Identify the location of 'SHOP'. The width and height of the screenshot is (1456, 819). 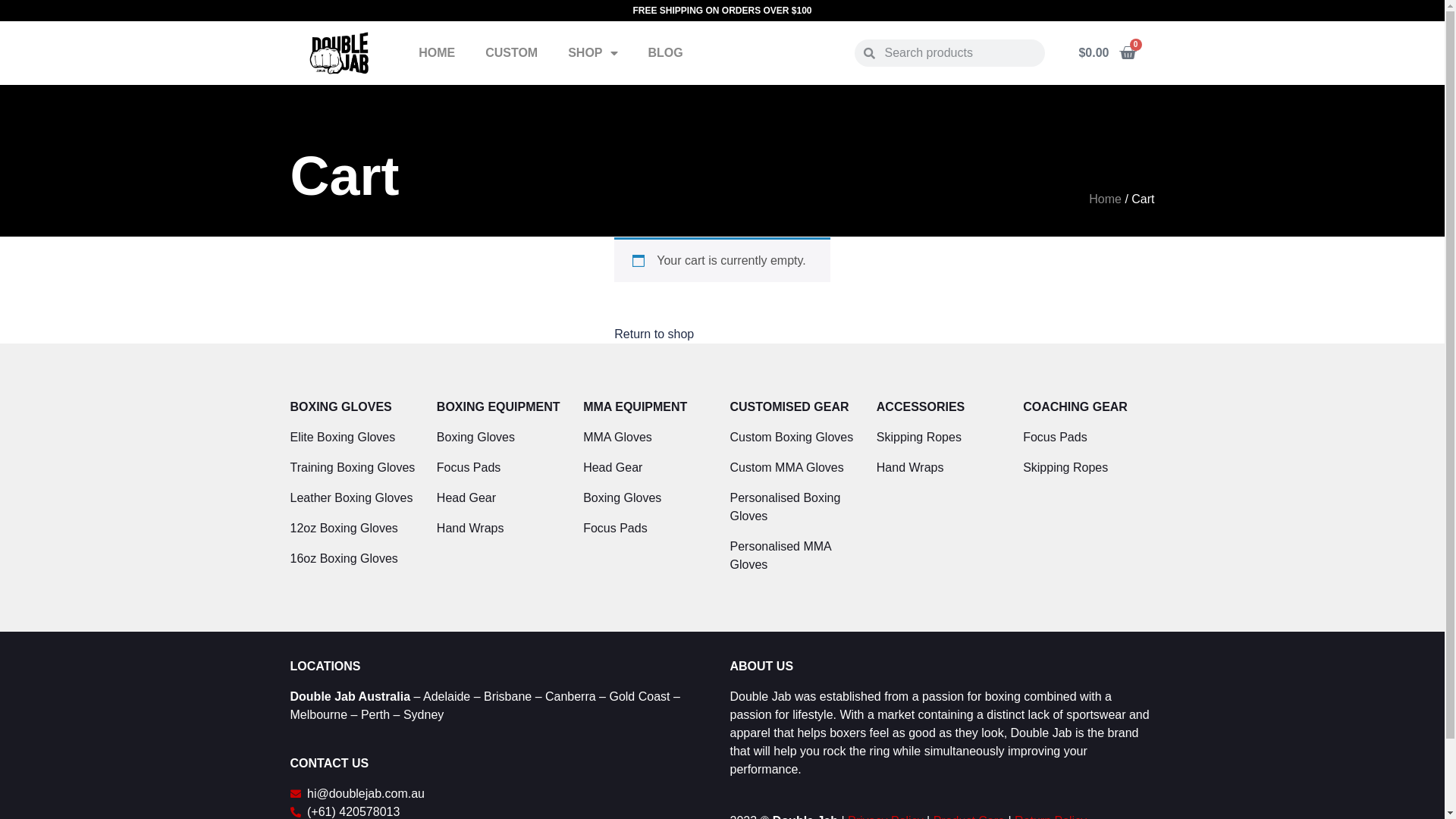
(552, 52).